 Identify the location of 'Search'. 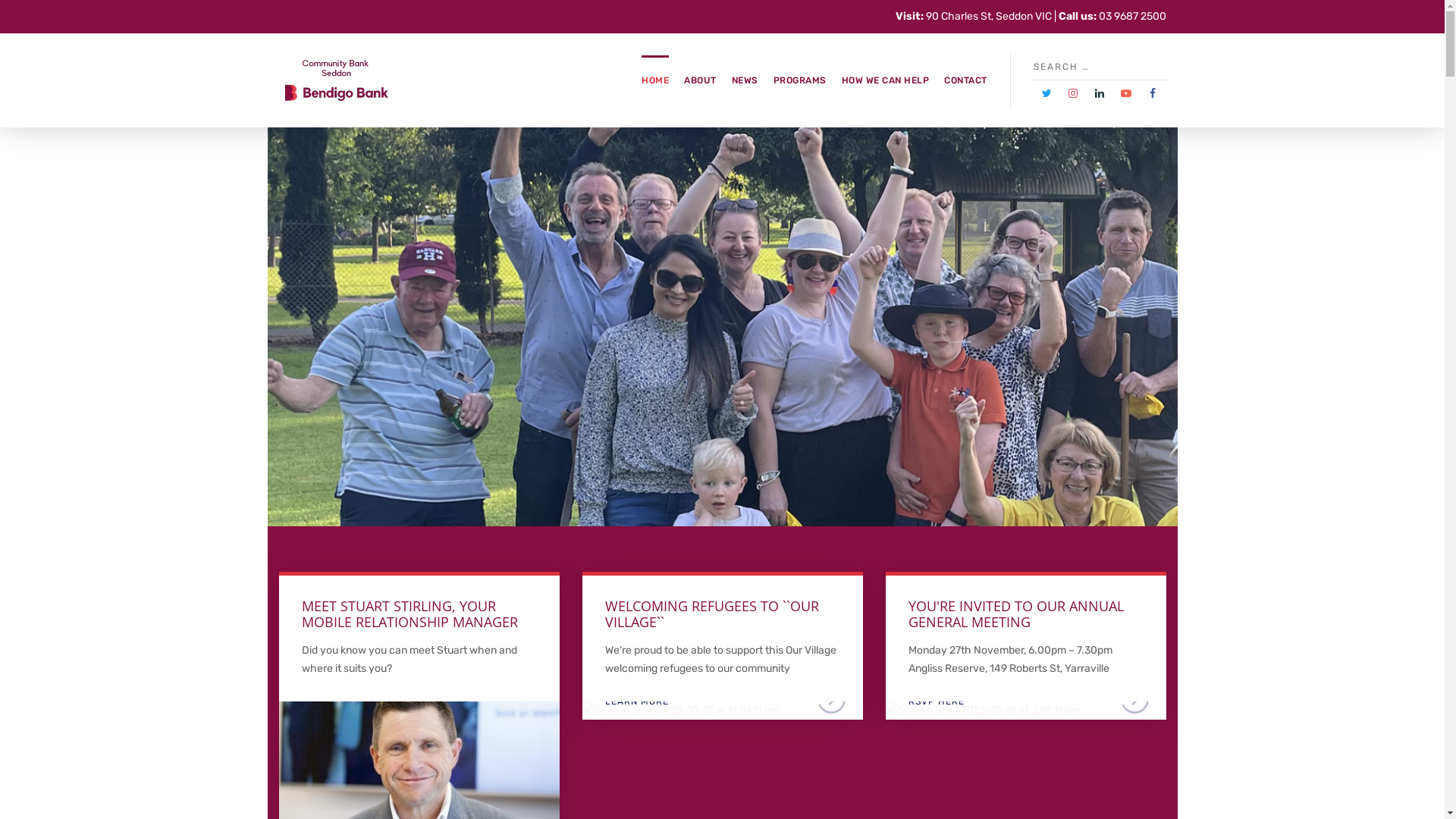
(7, 8).